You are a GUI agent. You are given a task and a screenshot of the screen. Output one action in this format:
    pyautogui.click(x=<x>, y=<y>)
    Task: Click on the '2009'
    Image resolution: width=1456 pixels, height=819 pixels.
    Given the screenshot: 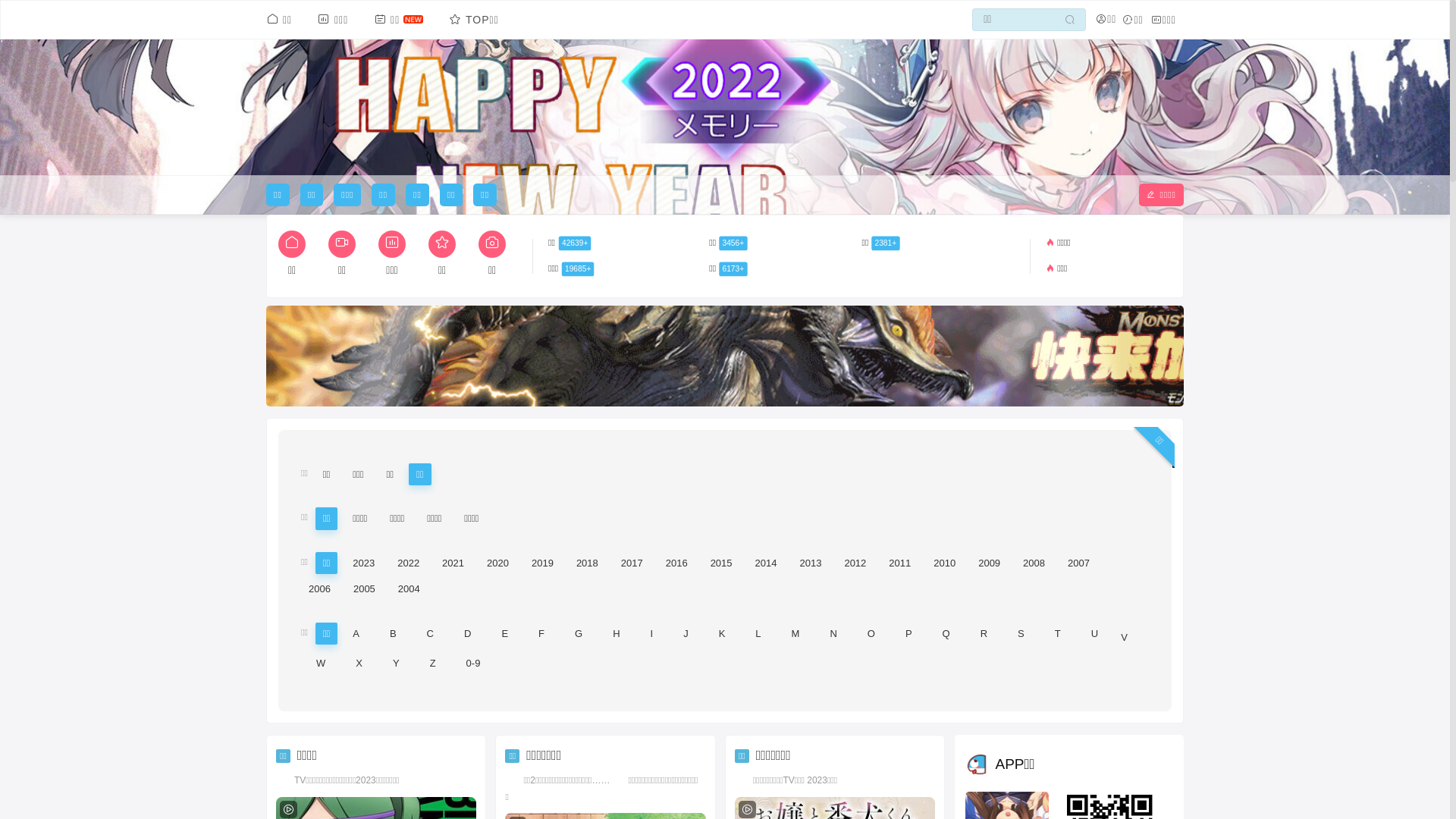 What is the action you would take?
    pyautogui.click(x=989, y=563)
    